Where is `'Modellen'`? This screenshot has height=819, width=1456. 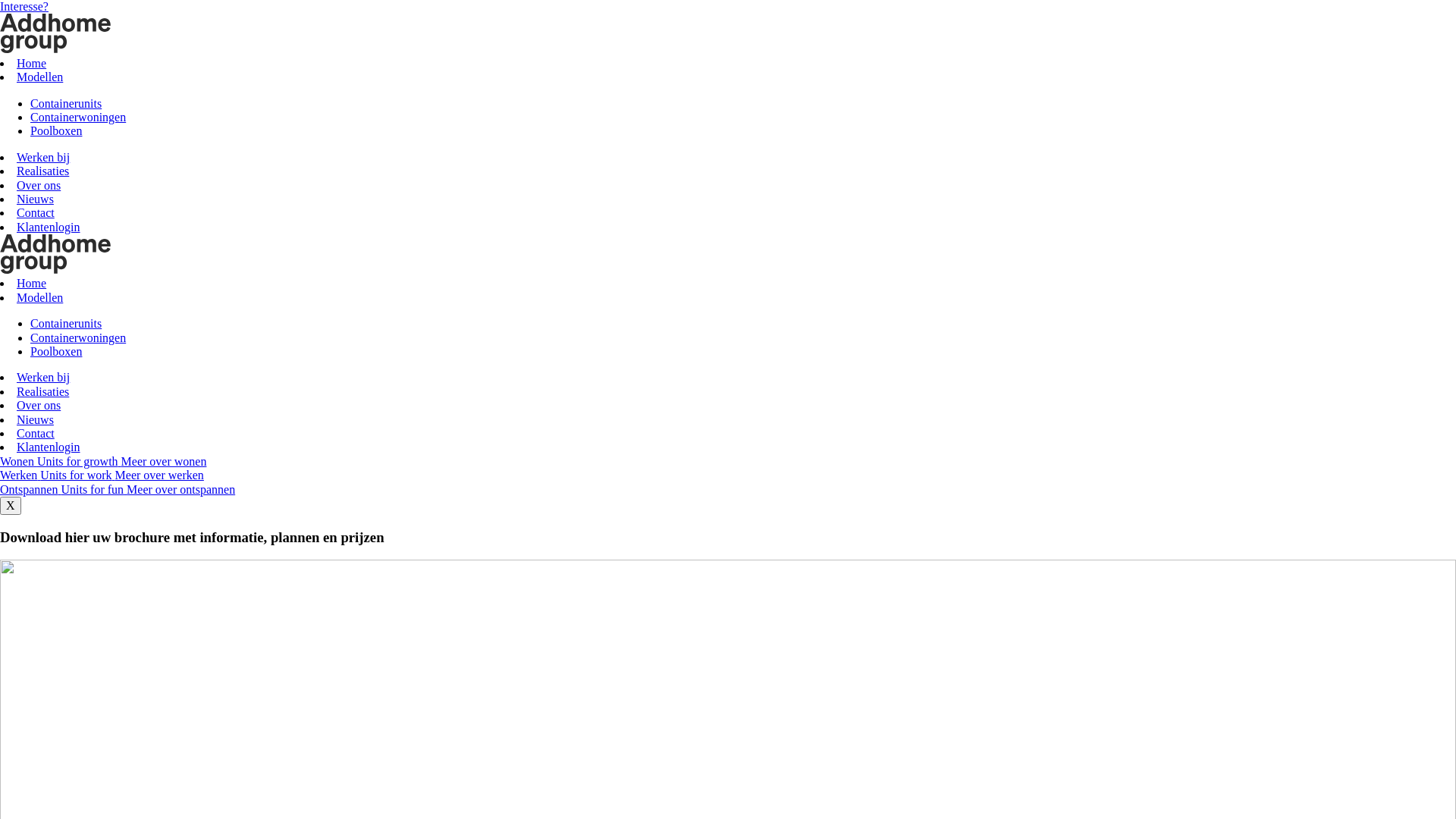
'Modellen' is located at coordinates (39, 77).